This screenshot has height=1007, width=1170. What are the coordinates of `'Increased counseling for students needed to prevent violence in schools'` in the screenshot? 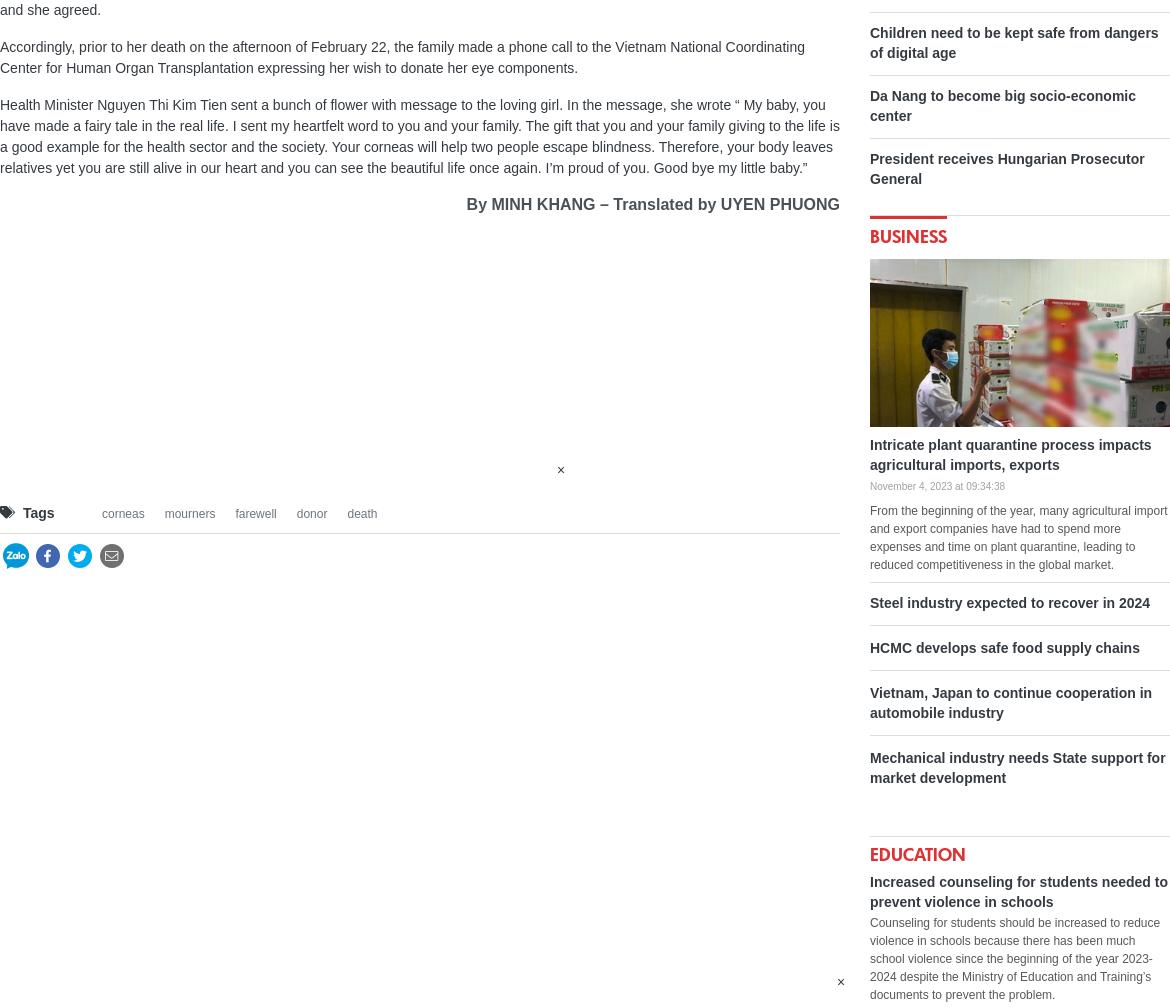 It's located at (1018, 891).